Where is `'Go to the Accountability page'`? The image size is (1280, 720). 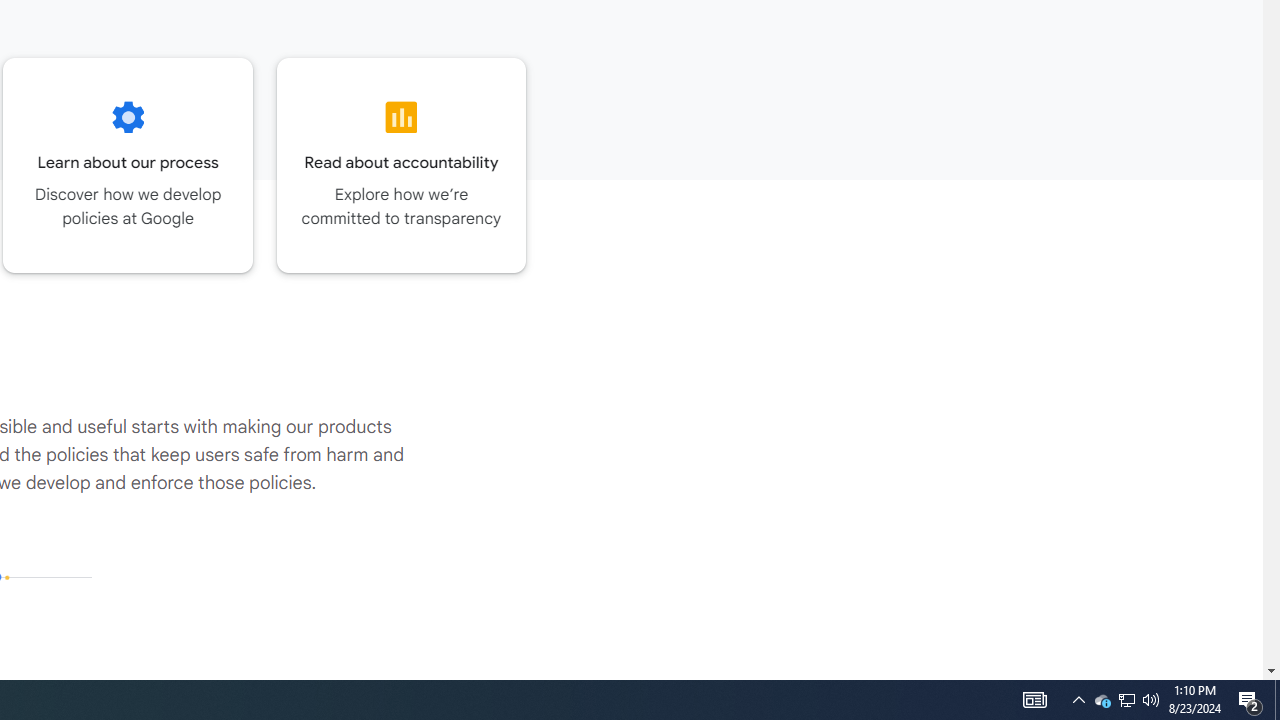 'Go to the Accountability page' is located at coordinates (400, 164).